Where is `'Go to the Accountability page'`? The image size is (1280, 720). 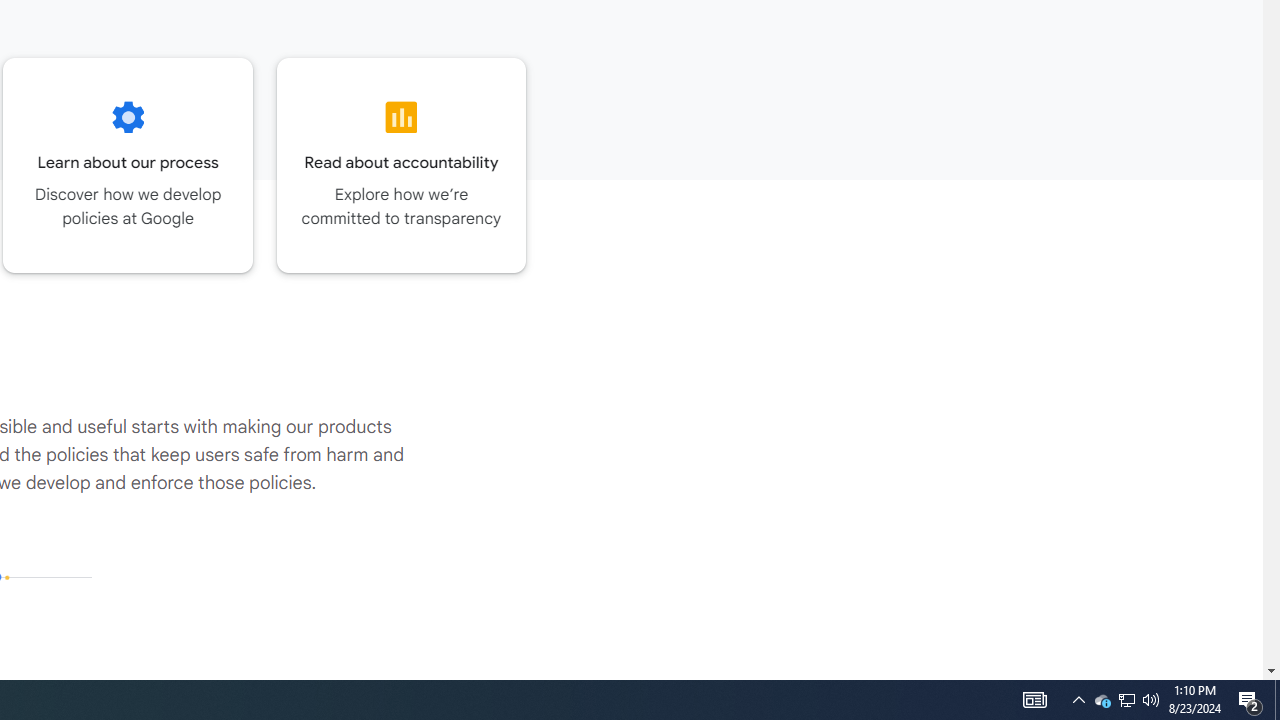 'Go to the Accountability page' is located at coordinates (400, 164).